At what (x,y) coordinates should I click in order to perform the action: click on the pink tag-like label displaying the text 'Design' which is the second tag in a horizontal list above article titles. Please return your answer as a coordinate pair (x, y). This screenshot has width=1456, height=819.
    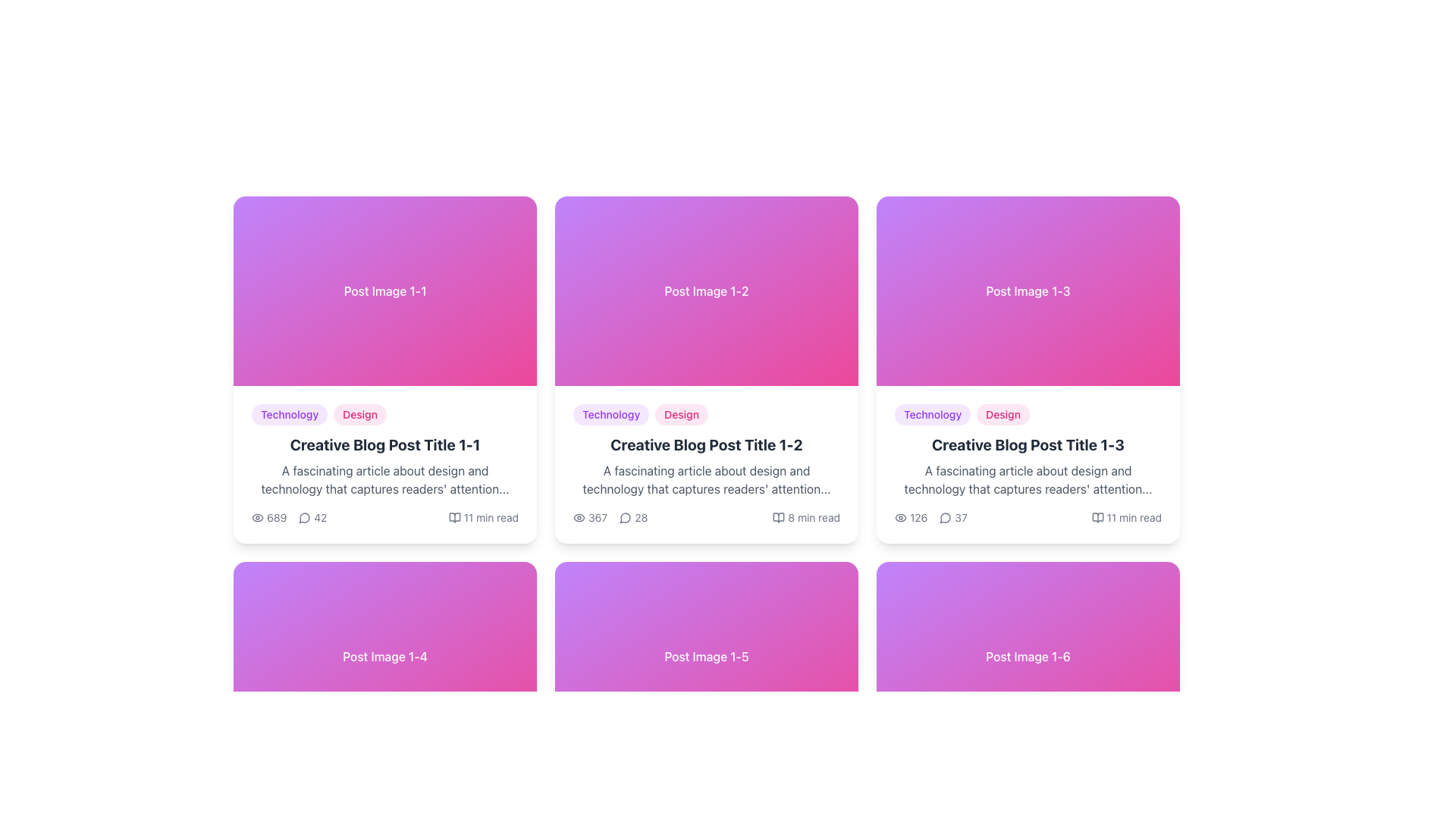
    Looking at the image, I should click on (681, 415).